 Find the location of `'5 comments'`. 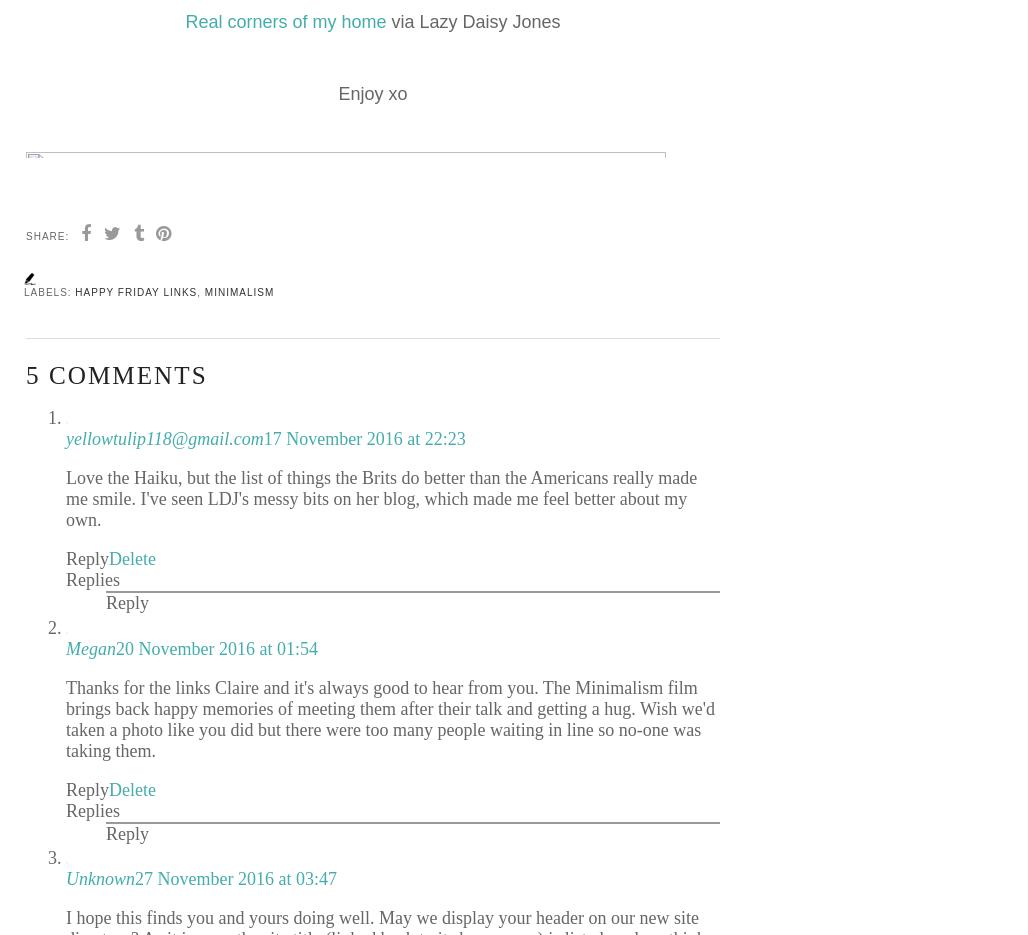

'5 comments' is located at coordinates (115, 374).